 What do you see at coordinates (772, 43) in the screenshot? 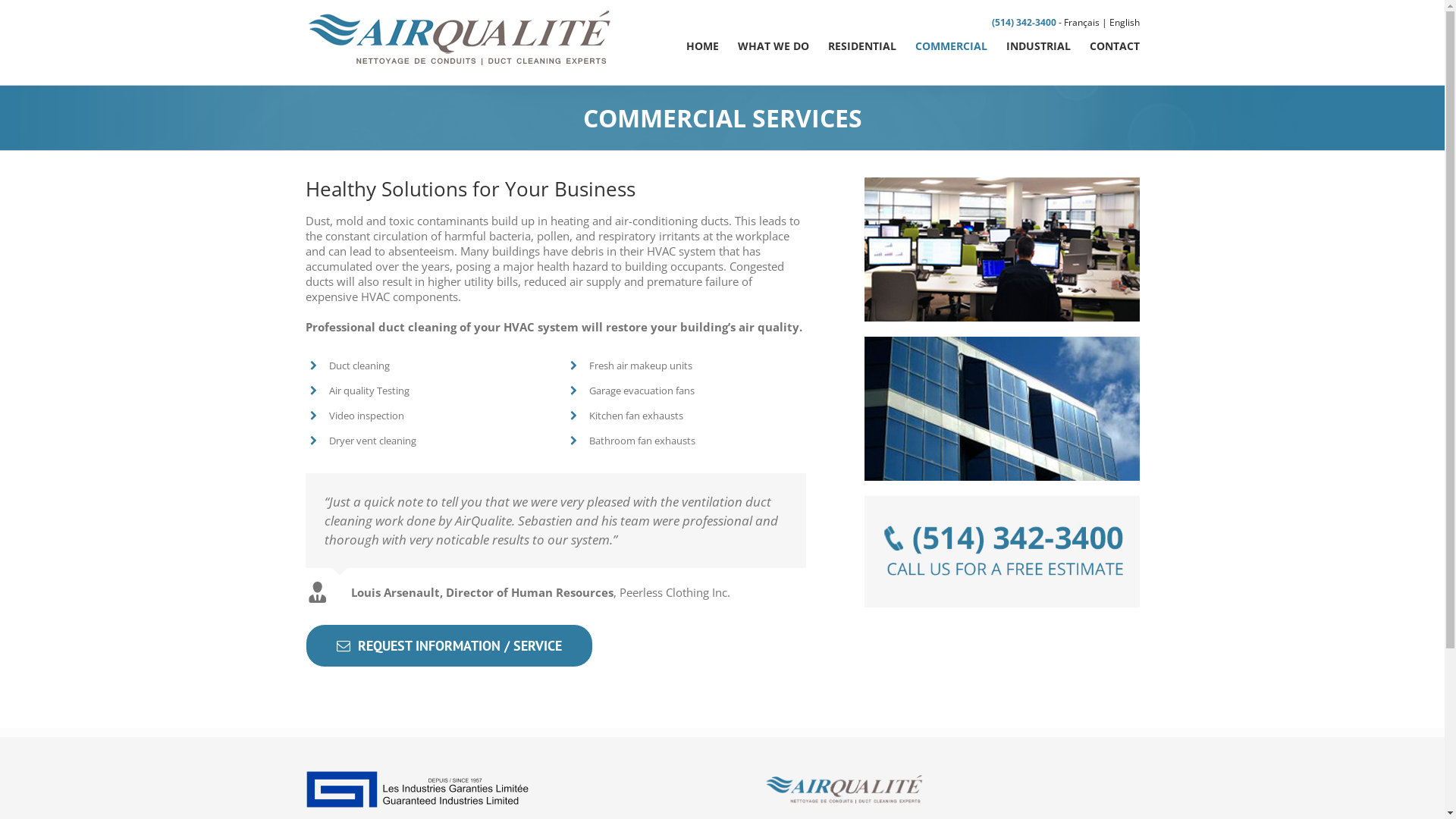
I see `'WHAT WE DO'` at bounding box center [772, 43].